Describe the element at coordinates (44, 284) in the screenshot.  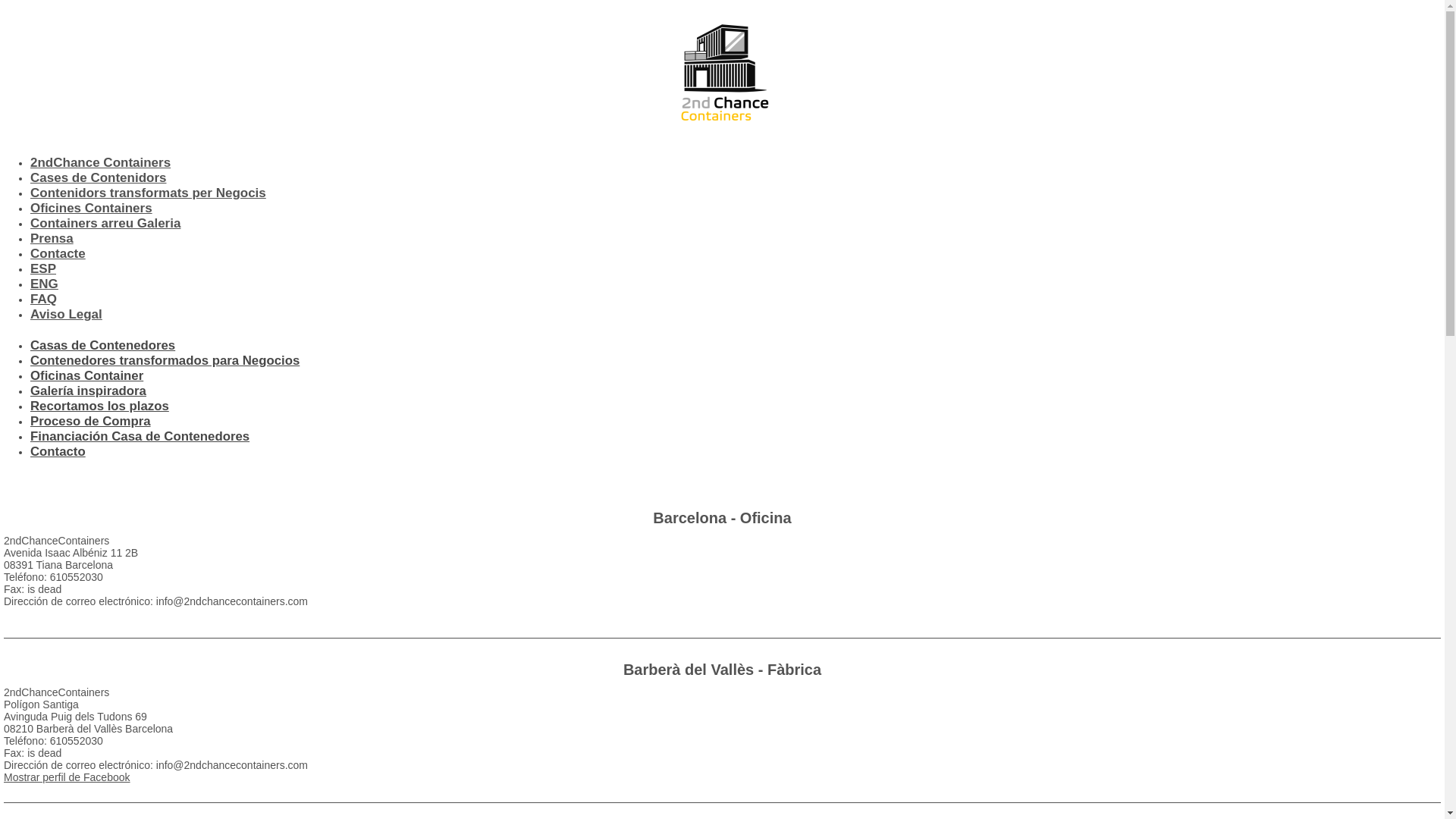
I see `'ENG'` at that location.